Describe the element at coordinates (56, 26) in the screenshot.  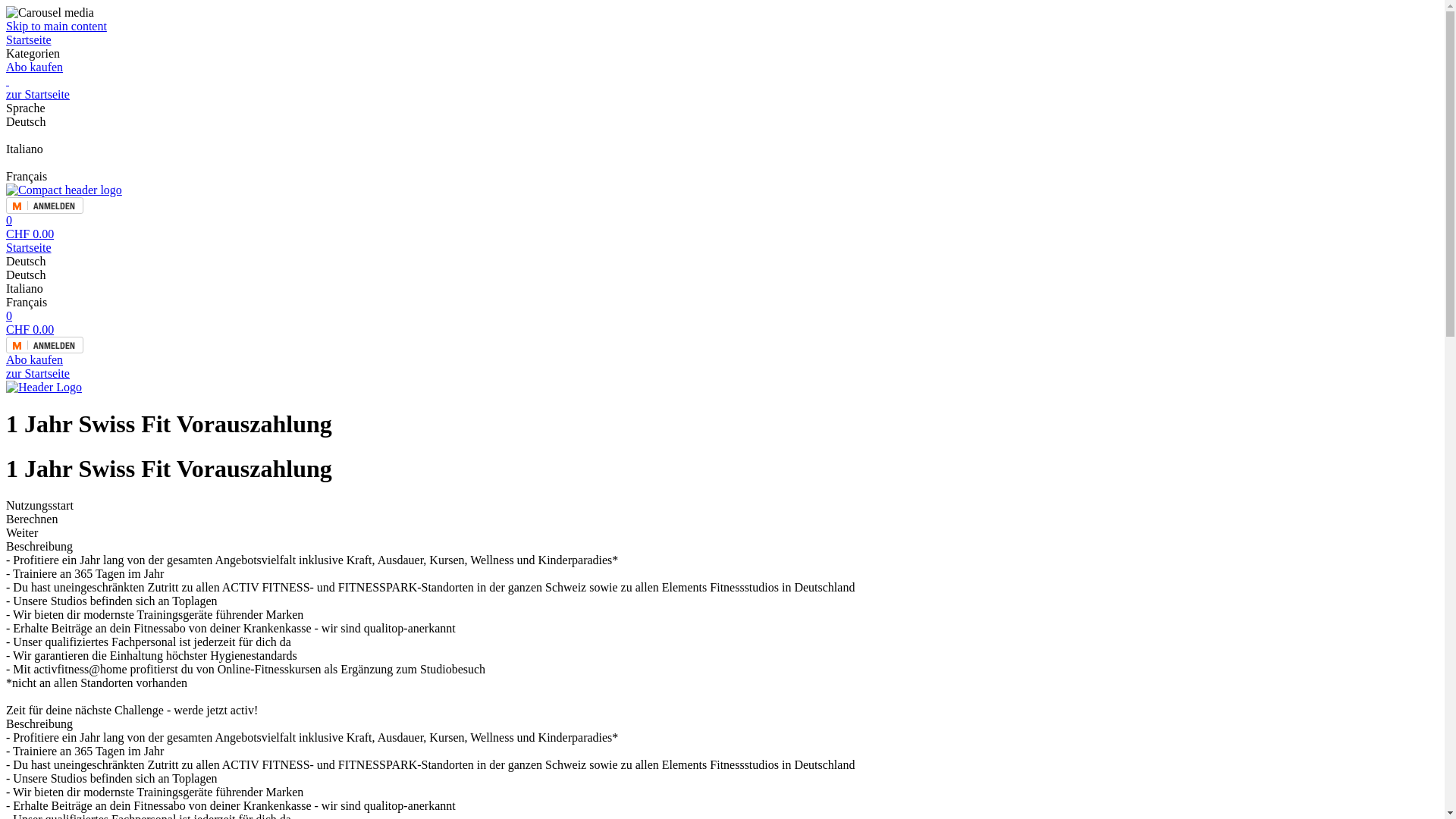
I see `'Skip to main content'` at that location.